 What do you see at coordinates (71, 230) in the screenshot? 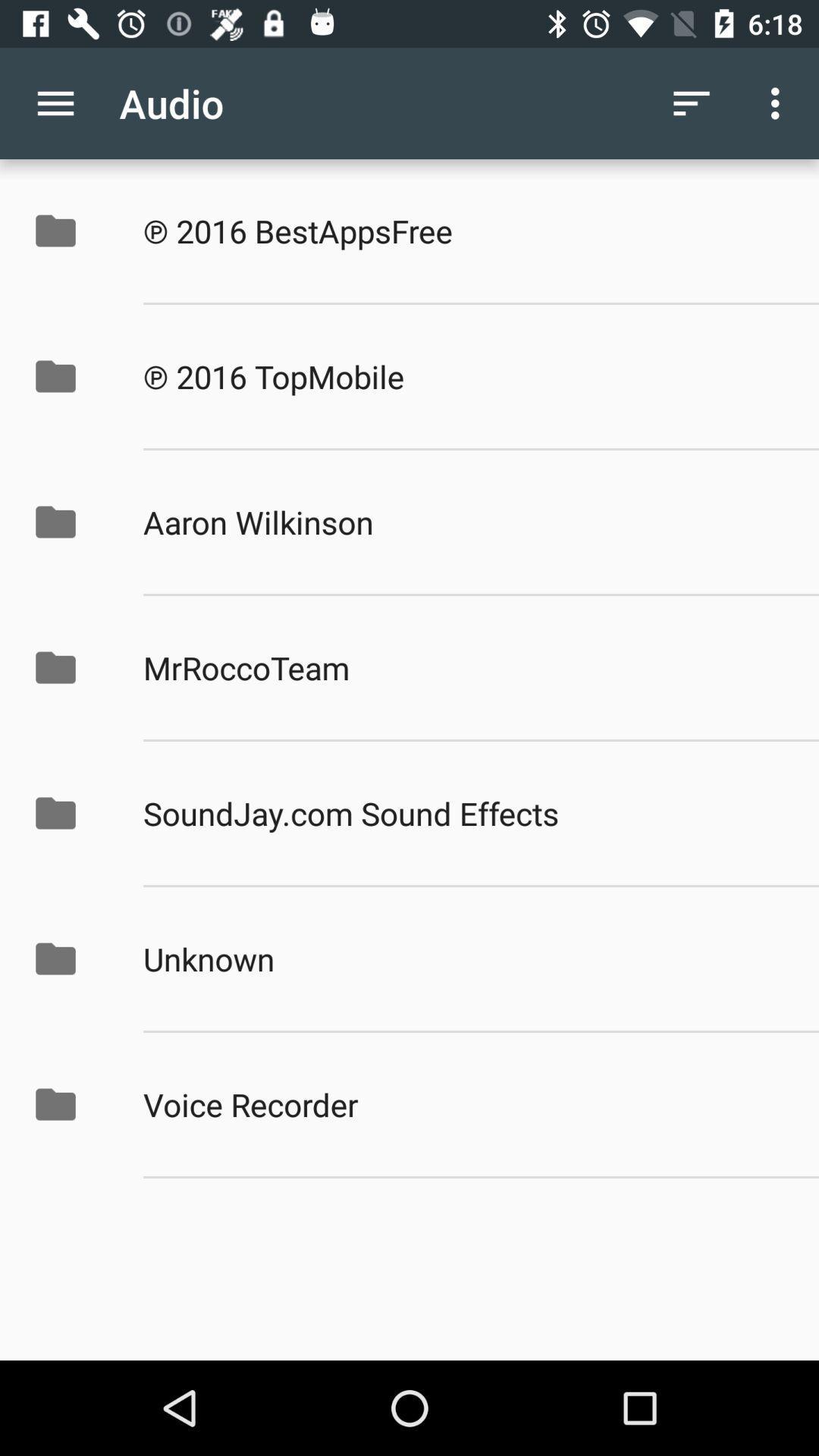
I see `the icon which is left side of the 2016 bestappsfree` at bounding box center [71, 230].